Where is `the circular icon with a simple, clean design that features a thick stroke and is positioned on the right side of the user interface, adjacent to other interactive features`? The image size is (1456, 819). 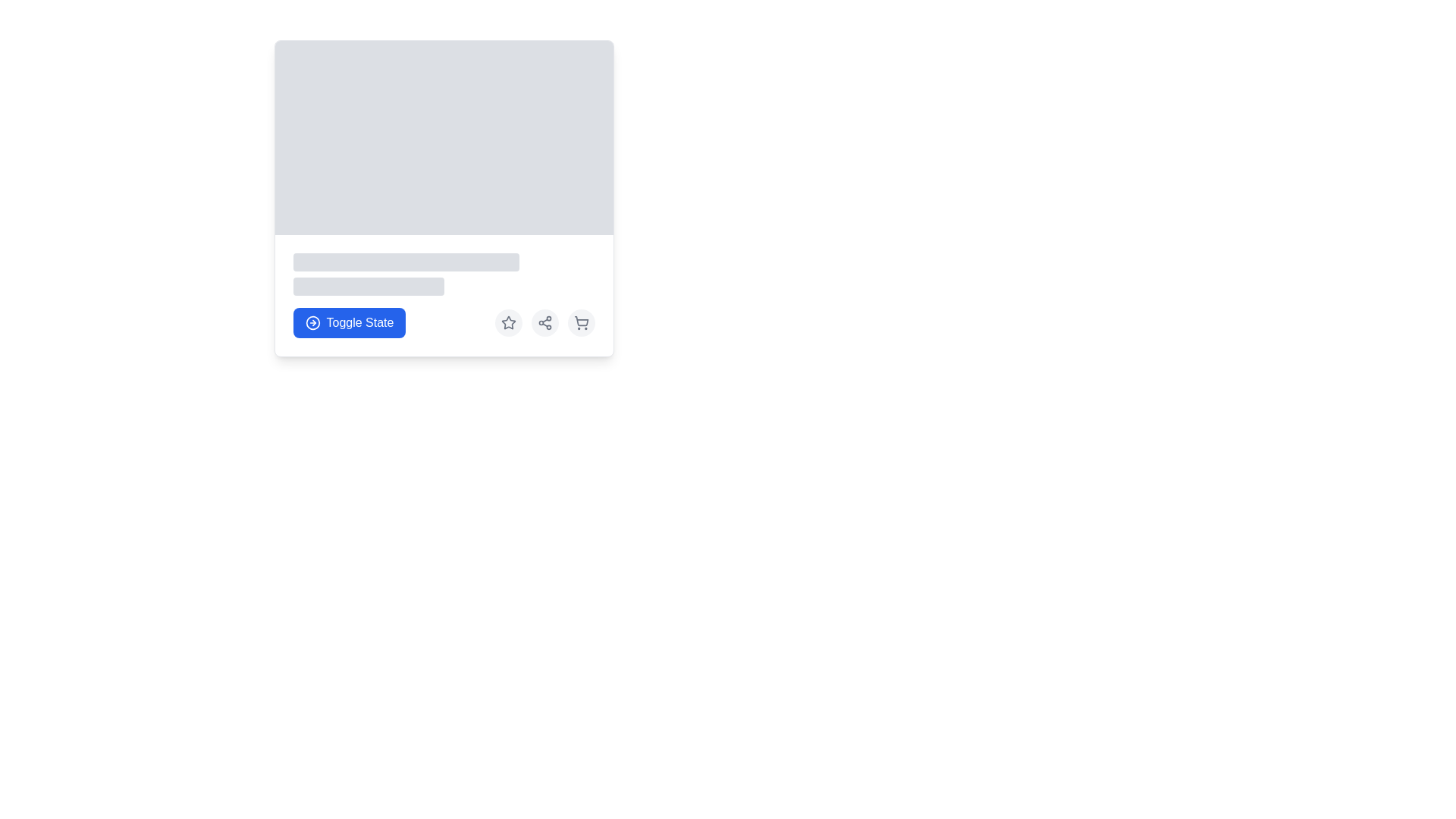 the circular icon with a simple, clean design that features a thick stroke and is positioned on the right side of the user interface, adjacent to other interactive features is located at coordinates (312, 322).